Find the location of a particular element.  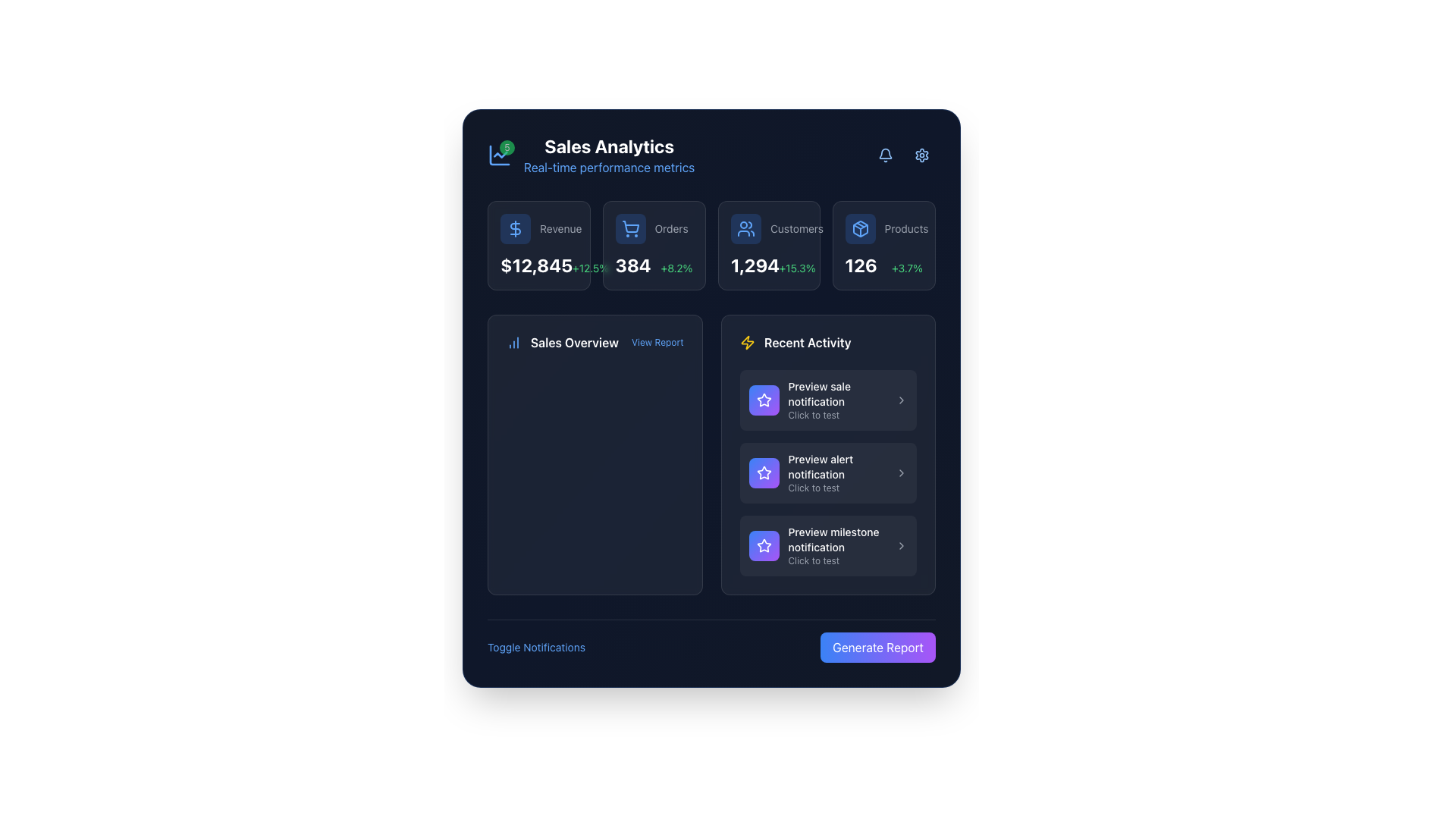

displayed text from the Header with a green badge showing '5' and text 'Sales Analytics' and 'Real-time performance metrics' on a dark background is located at coordinates (590, 155).